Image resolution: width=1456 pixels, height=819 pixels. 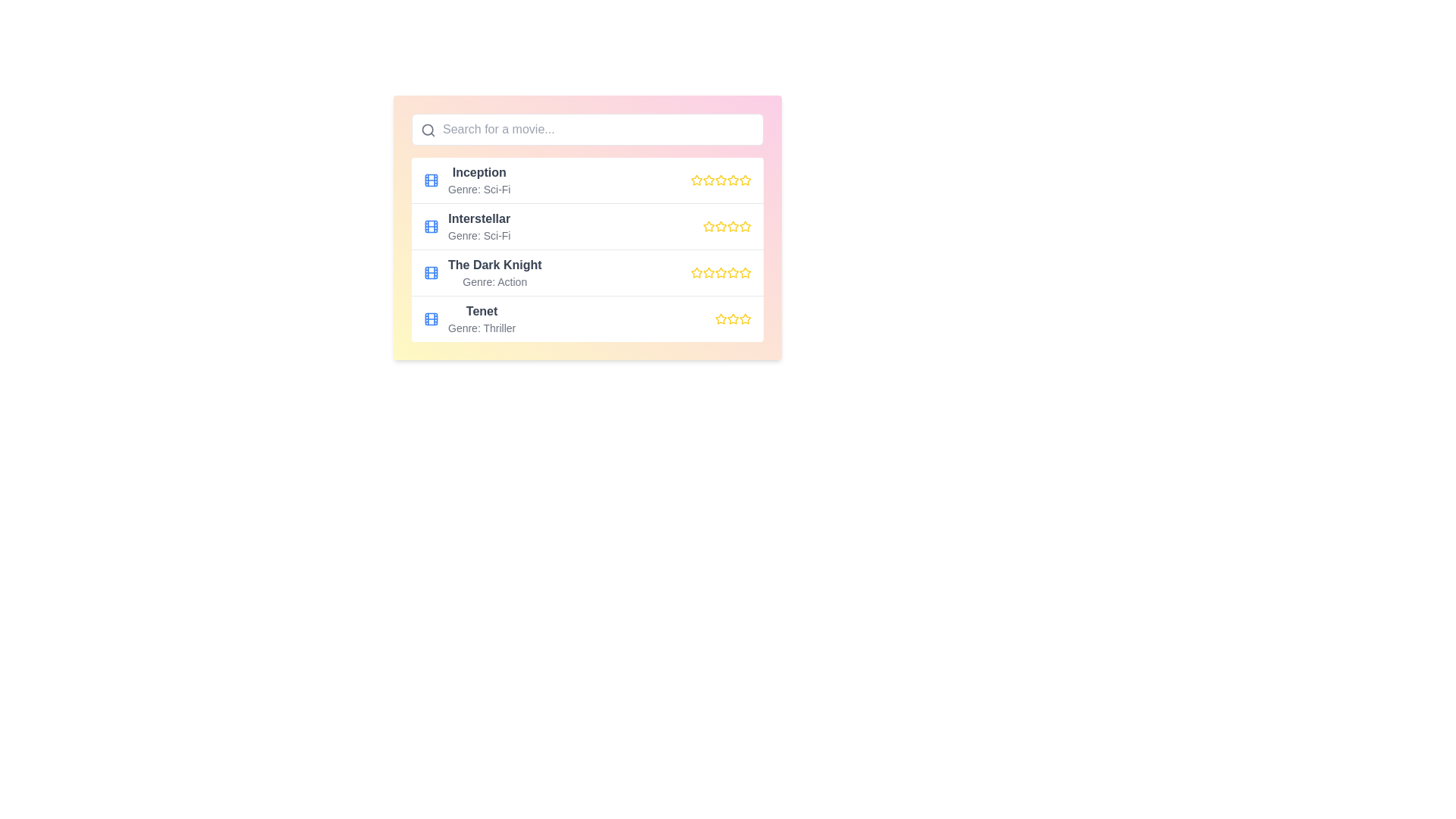 What do you see at coordinates (733, 318) in the screenshot?
I see `the last star` at bounding box center [733, 318].